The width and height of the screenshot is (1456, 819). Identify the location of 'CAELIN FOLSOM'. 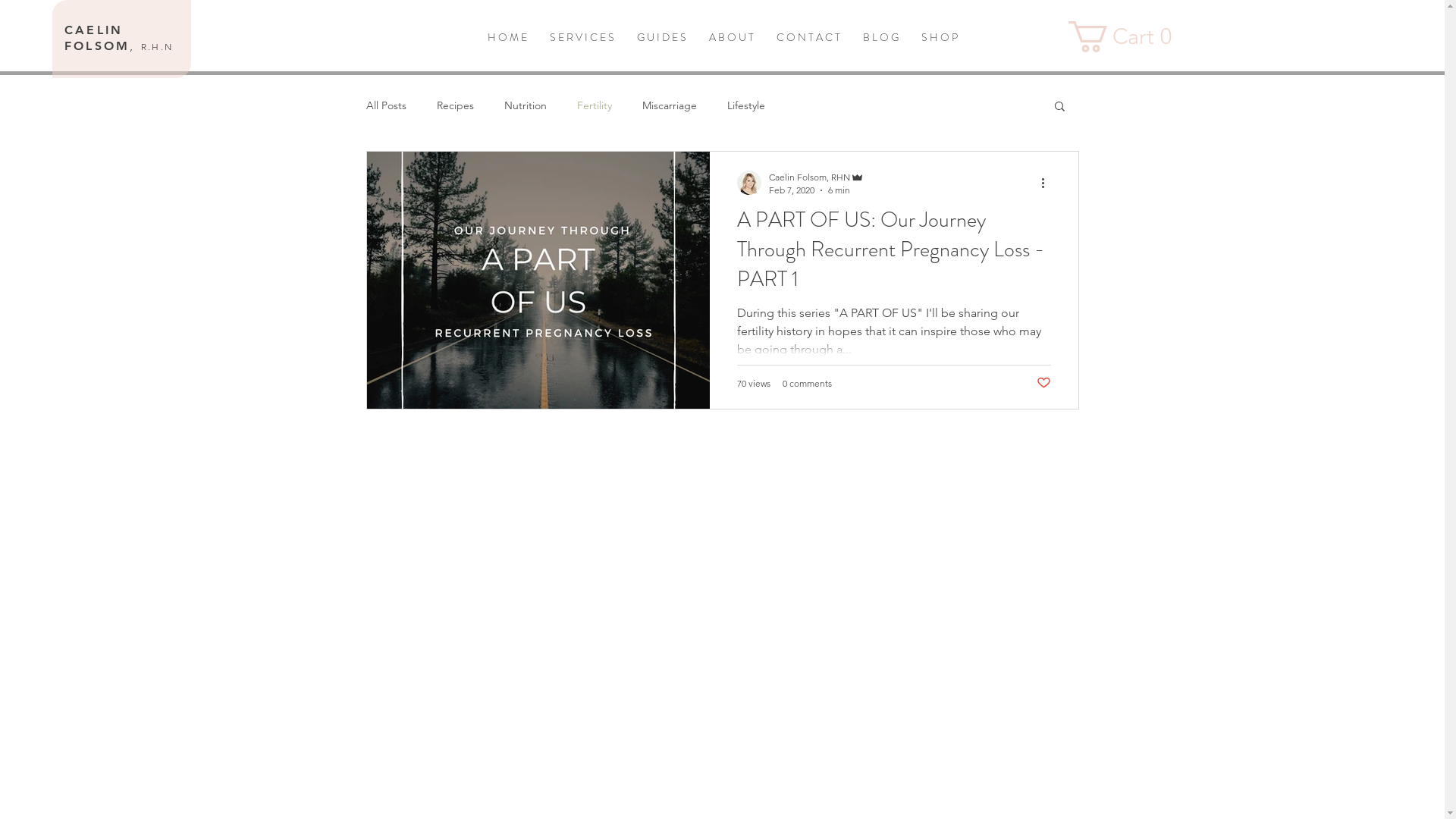
(64, 37).